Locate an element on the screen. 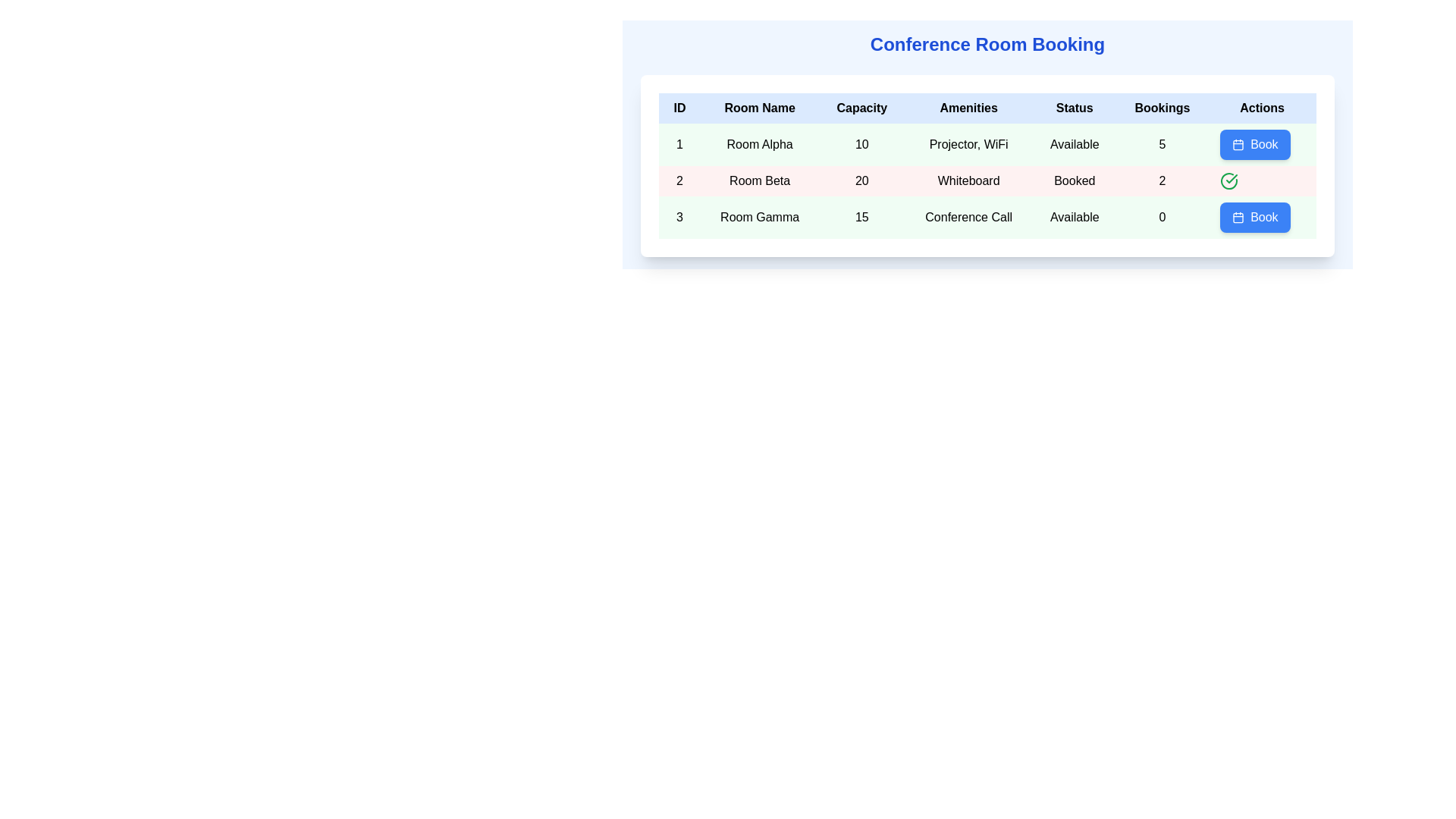 This screenshot has height=819, width=1456. the checkmark within the circular icon in the Actions column of the second row corresponding to the Room Beta entry is located at coordinates (1232, 177).